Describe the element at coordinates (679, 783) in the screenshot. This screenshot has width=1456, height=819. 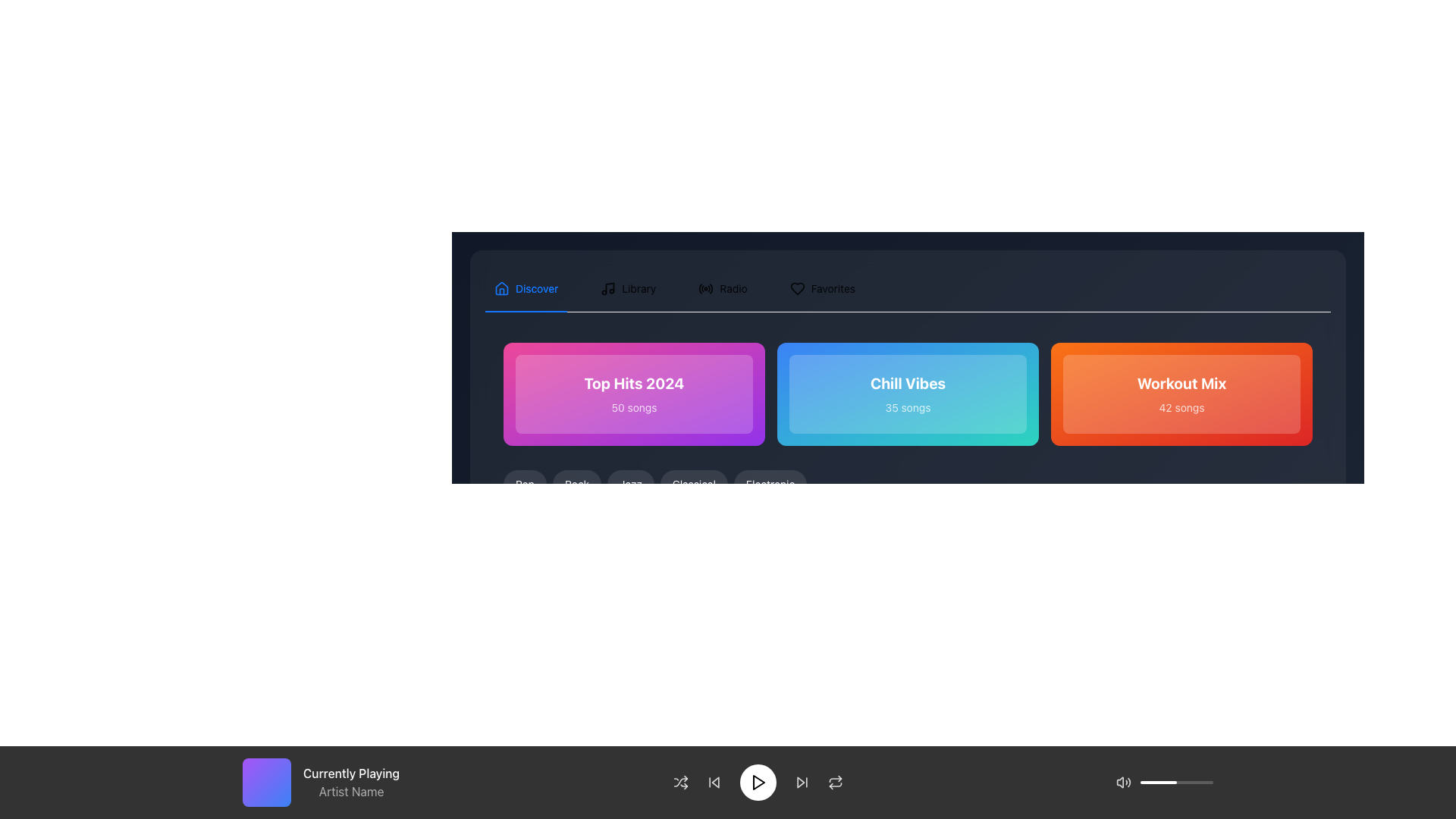
I see `the shuffle button, which is represented by an icon of curved intersecting arrows in white against a dark background, located in the bottom navigation bar to the left of the playback controls` at that location.